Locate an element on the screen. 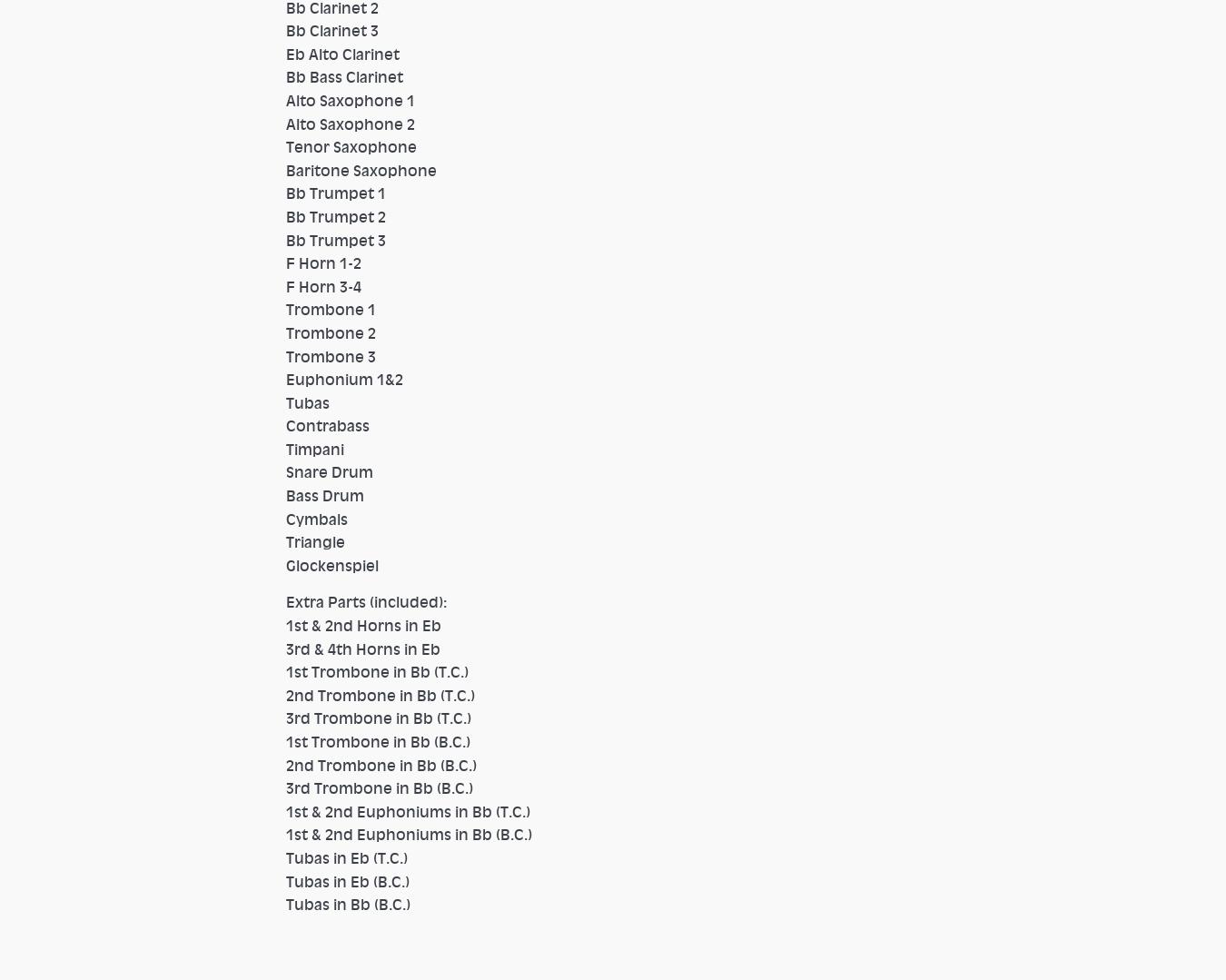 This screenshot has height=980, width=1226. 'Baritone Saxophone' is located at coordinates (368, 169).